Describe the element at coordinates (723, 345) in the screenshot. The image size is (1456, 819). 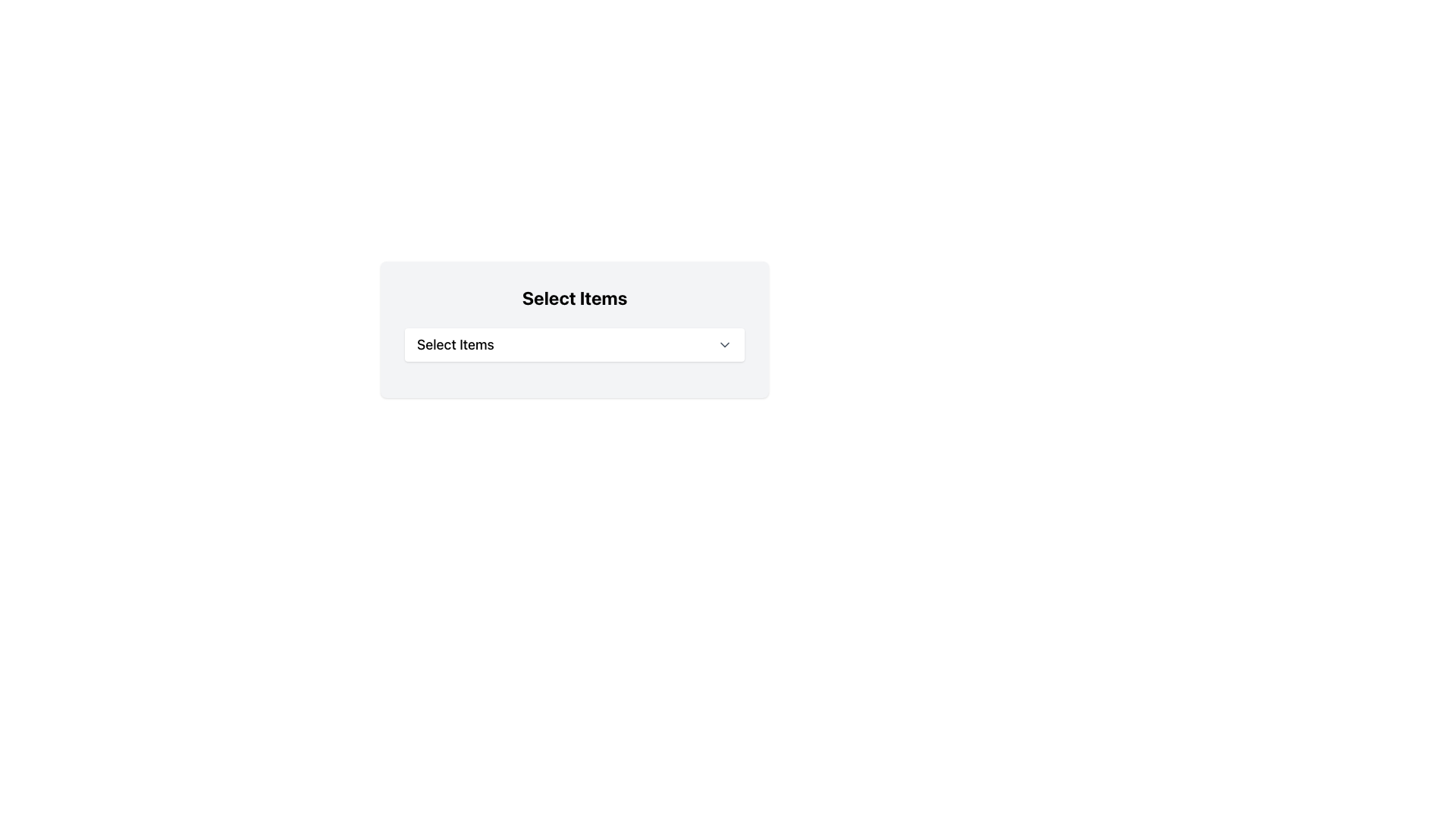
I see `the SVG Icon located next to the 'Select Items' text` at that location.